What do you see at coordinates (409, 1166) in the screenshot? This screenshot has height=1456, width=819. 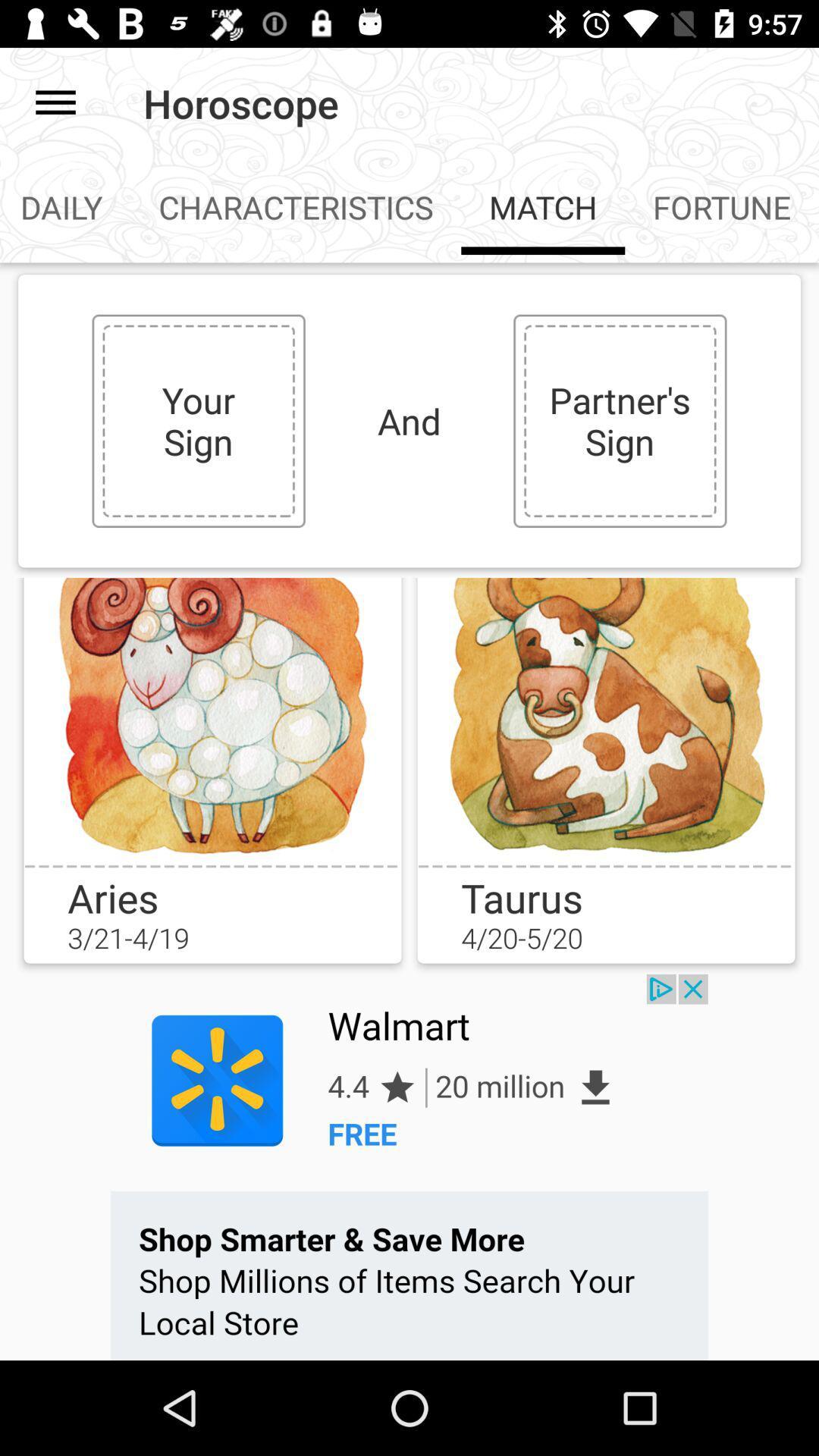 I see `click advertisement banner` at bounding box center [409, 1166].